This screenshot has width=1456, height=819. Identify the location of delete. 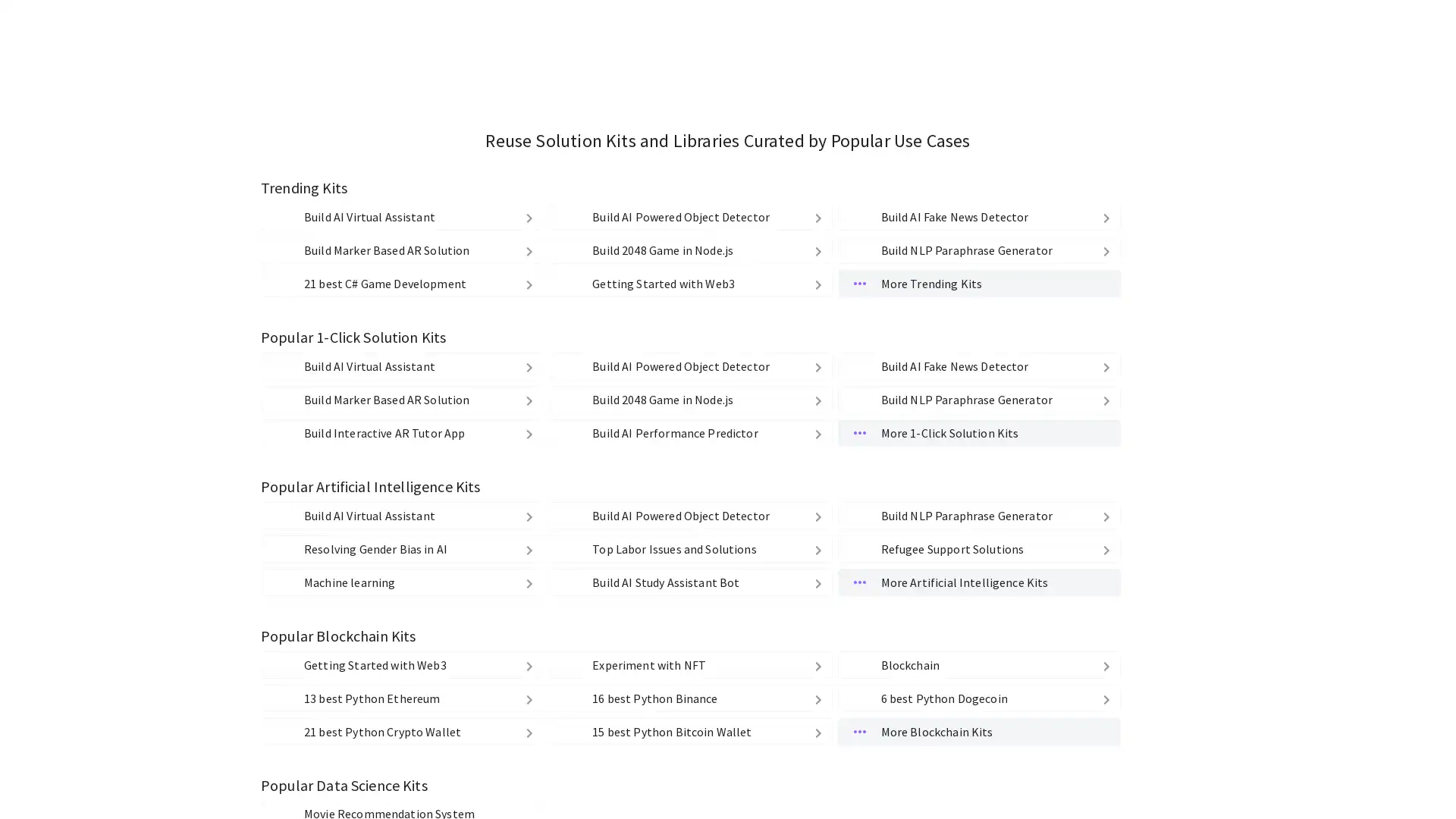
(796, 632).